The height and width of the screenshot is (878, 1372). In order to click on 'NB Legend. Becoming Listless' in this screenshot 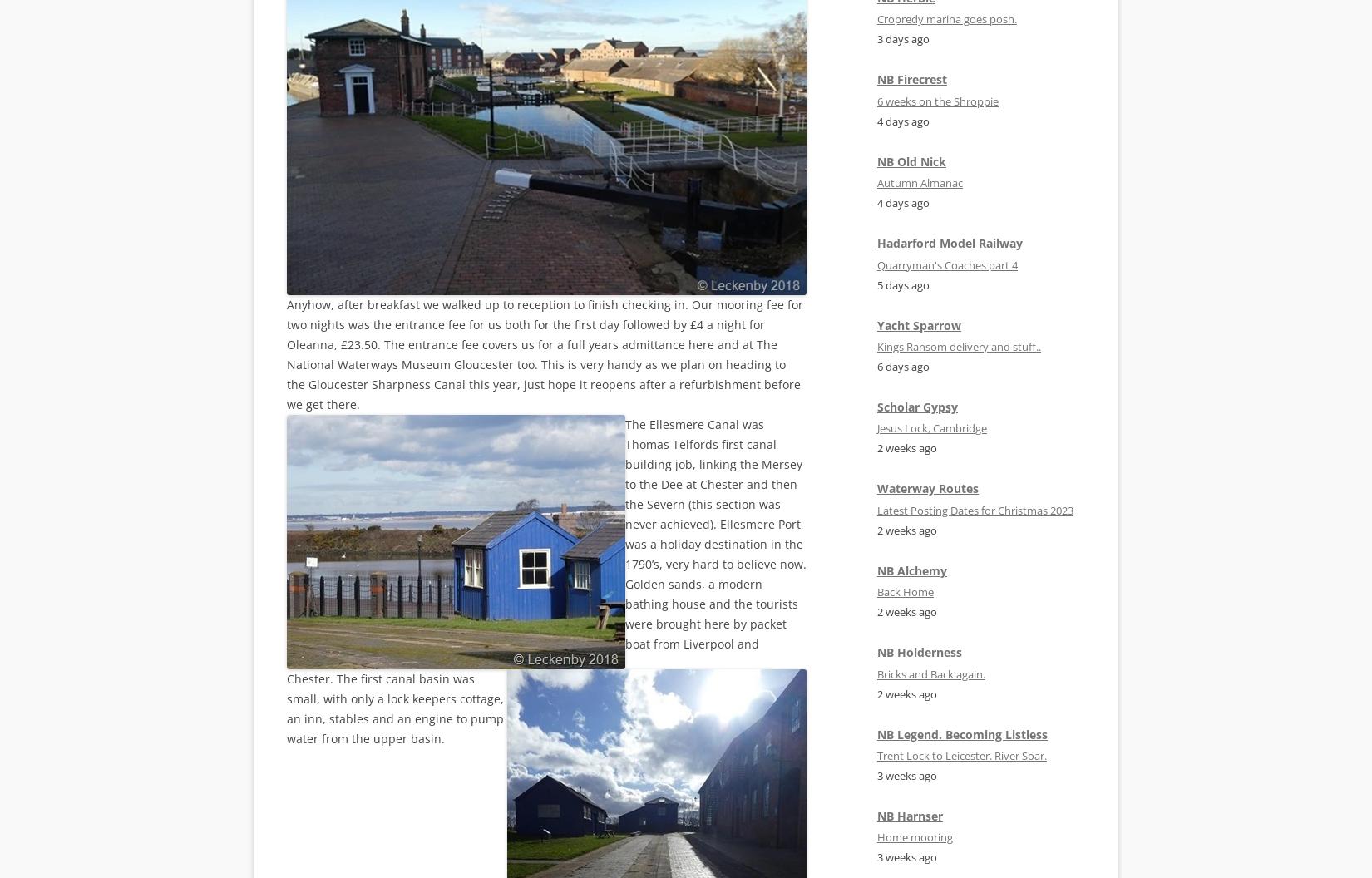, I will do `click(962, 732)`.